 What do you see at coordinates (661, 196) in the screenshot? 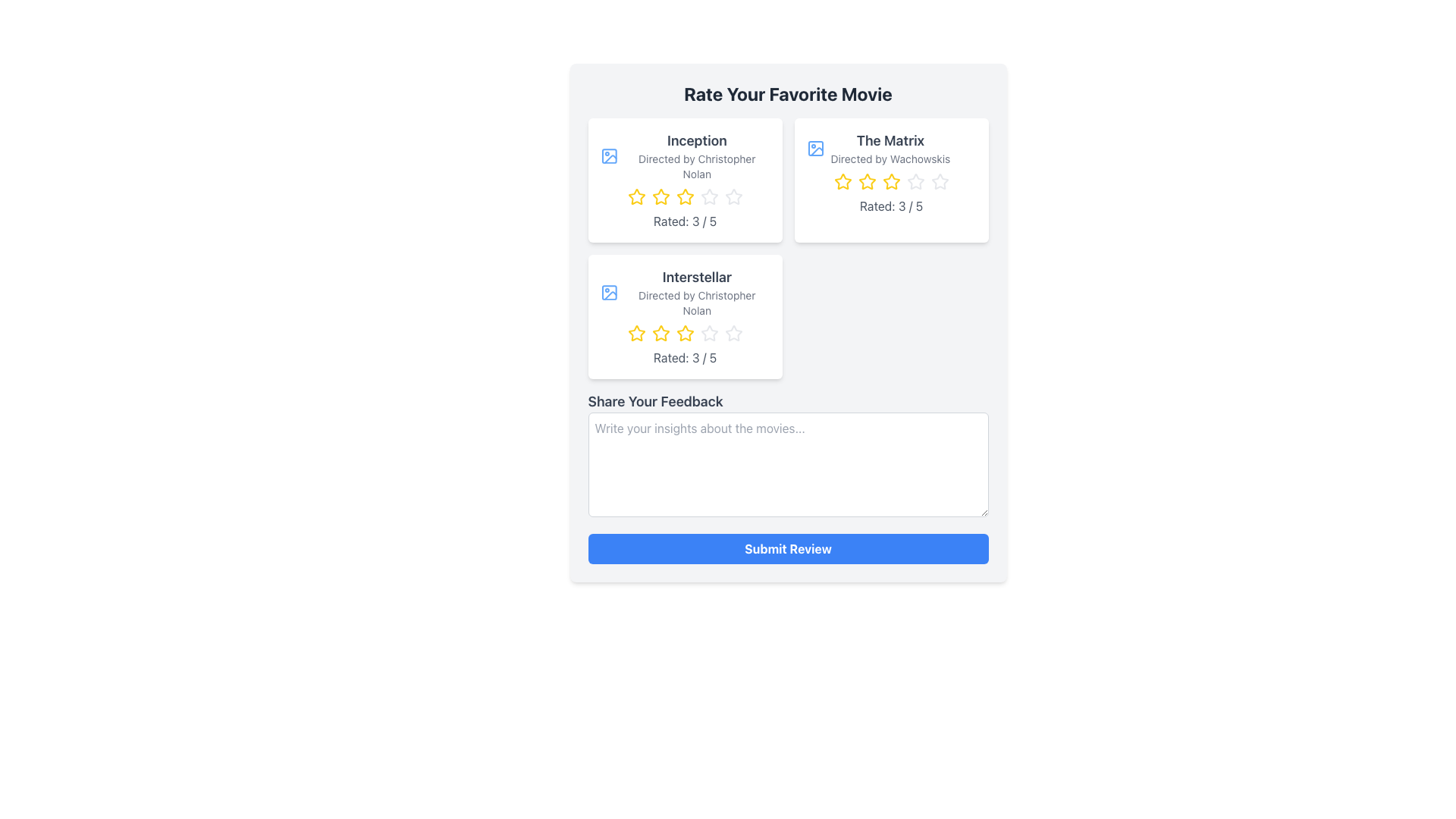
I see `the second star icon` at bounding box center [661, 196].